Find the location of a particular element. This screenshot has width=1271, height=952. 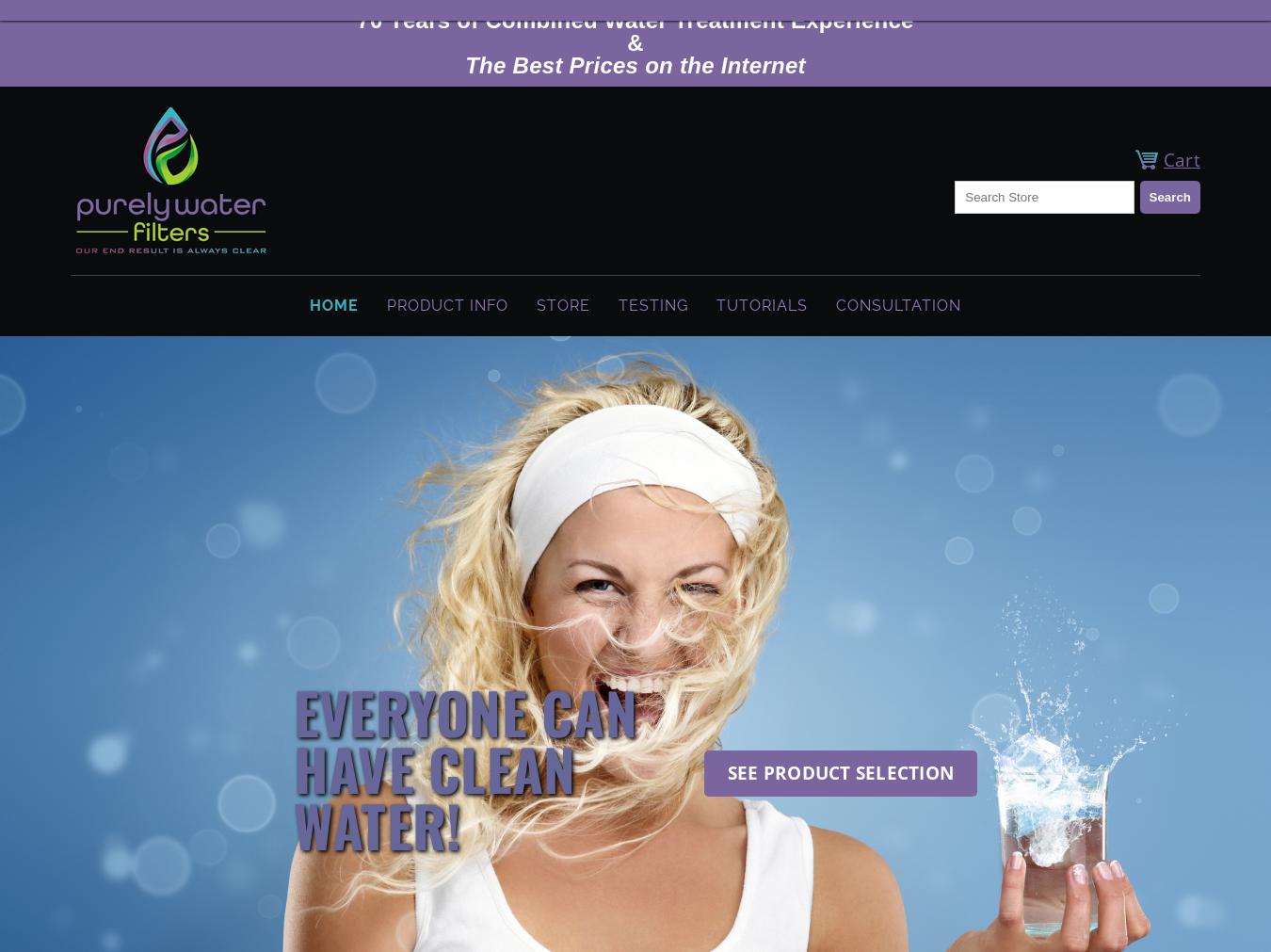

'Cart' is located at coordinates (1181, 158).